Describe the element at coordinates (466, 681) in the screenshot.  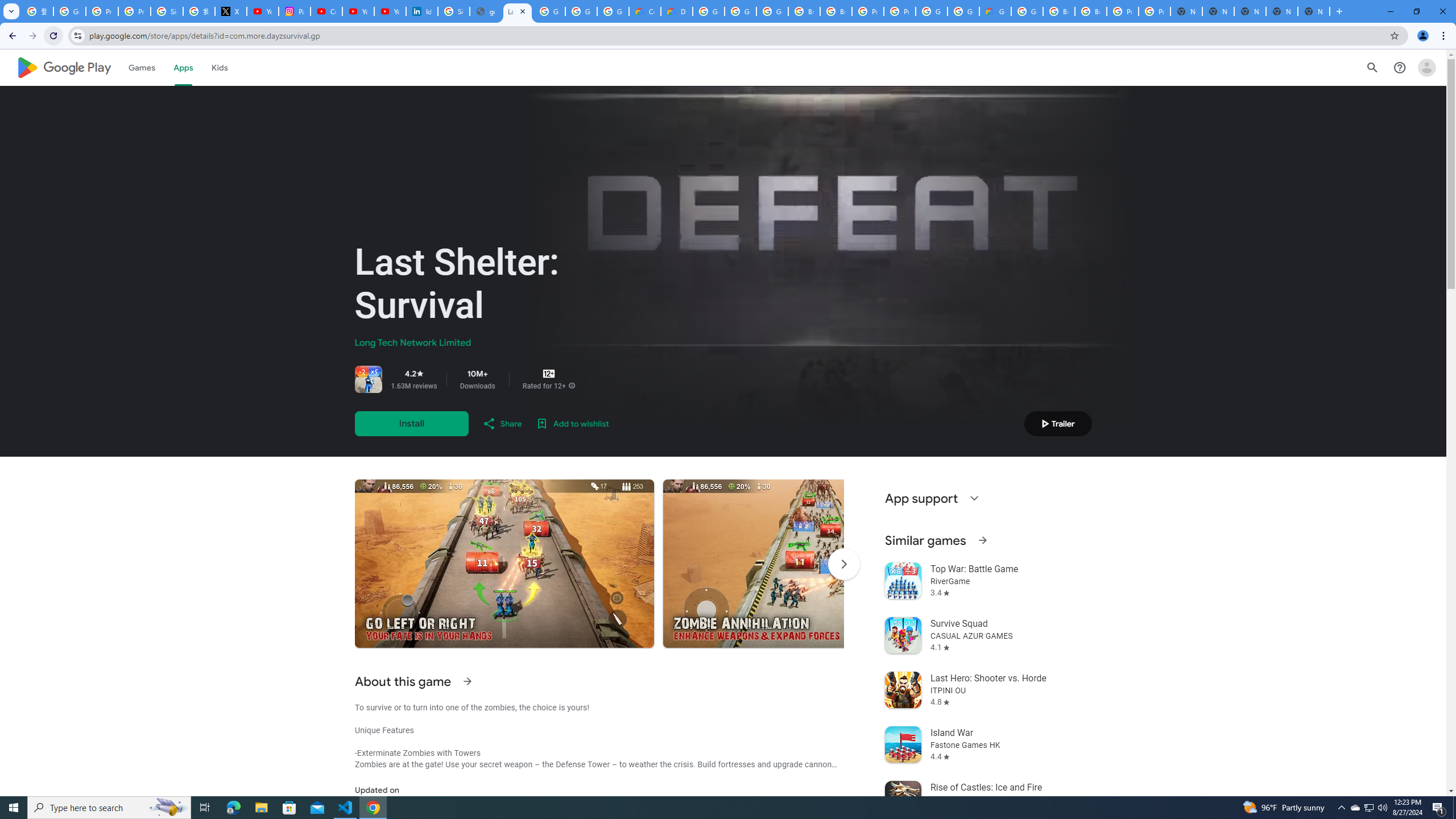
I see `'See more information on About this game'` at that location.